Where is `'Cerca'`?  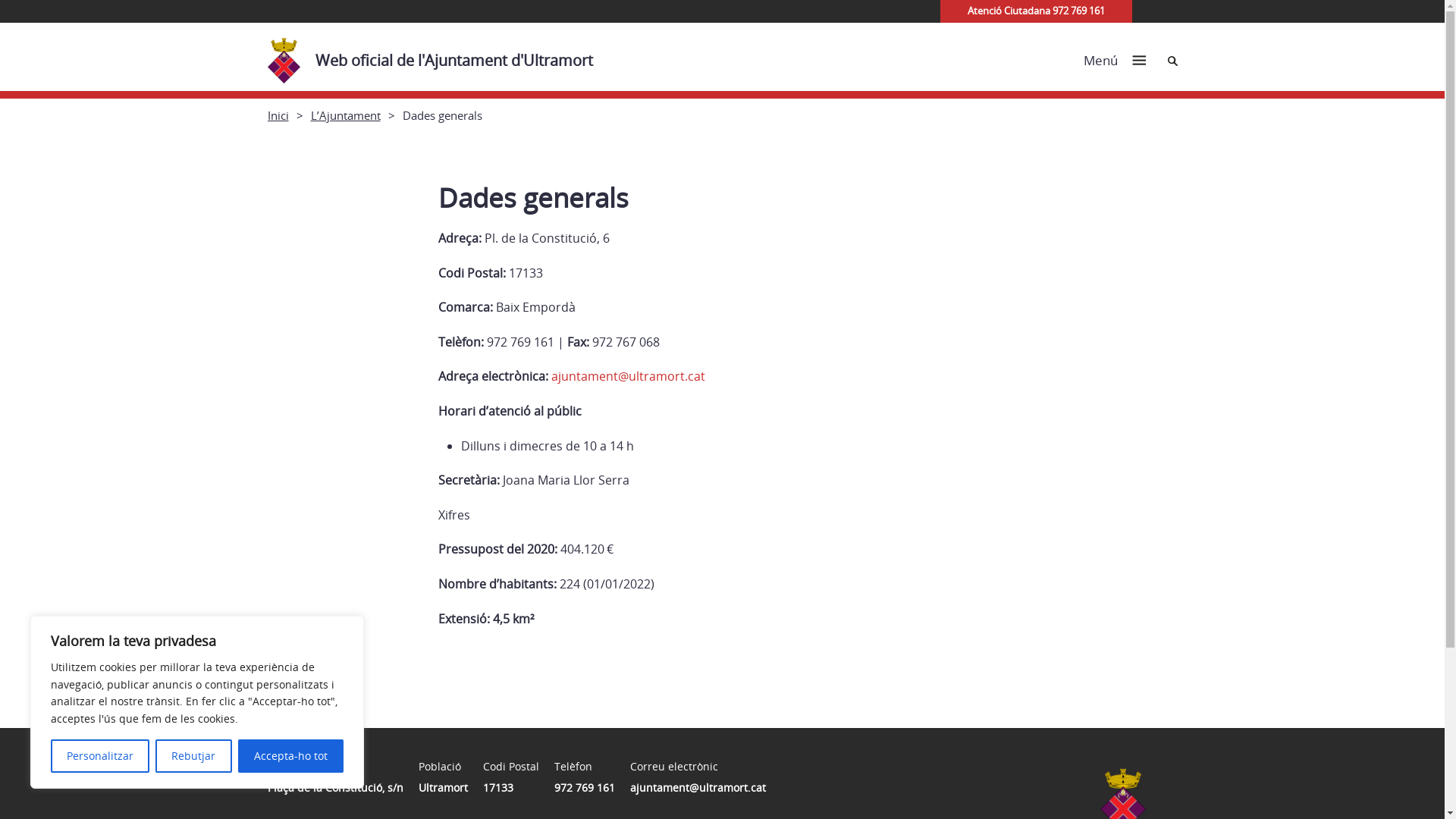 'Cerca' is located at coordinates (1172, 60).